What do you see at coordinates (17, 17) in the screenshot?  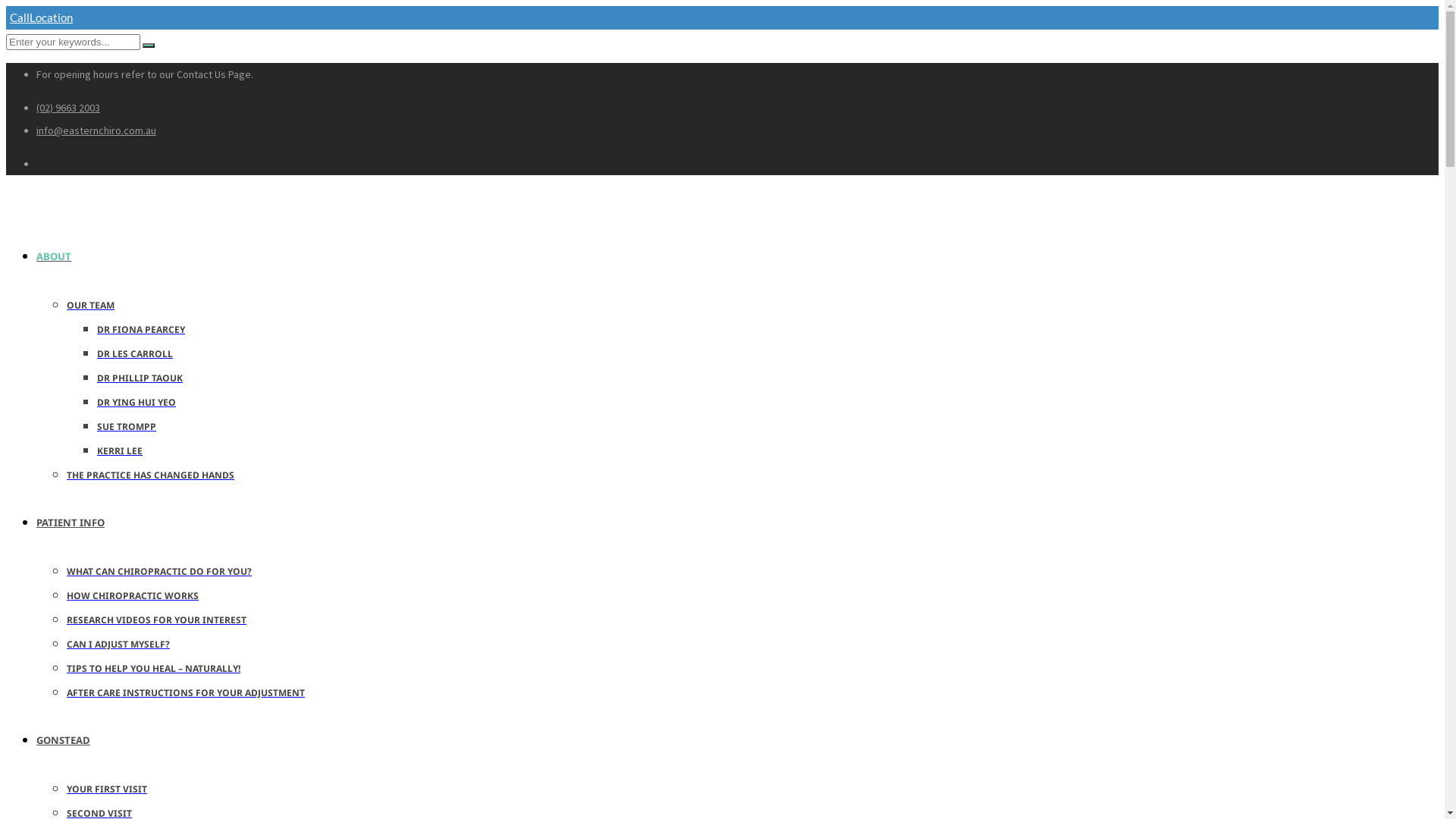 I see `'Call'` at bounding box center [17, 17].